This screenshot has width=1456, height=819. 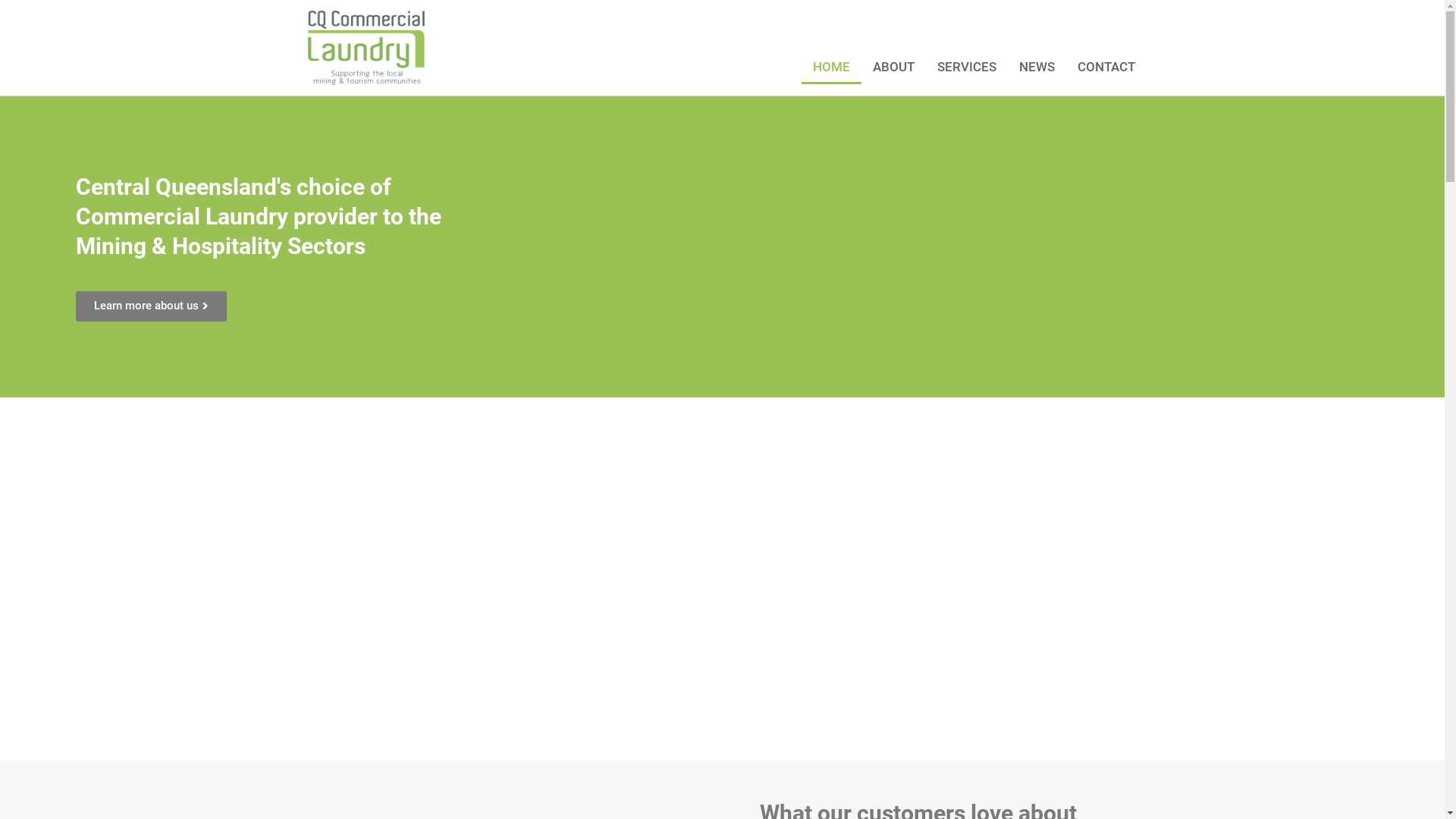 I want to click on 'SERVICES', so click(x=966, y=66).